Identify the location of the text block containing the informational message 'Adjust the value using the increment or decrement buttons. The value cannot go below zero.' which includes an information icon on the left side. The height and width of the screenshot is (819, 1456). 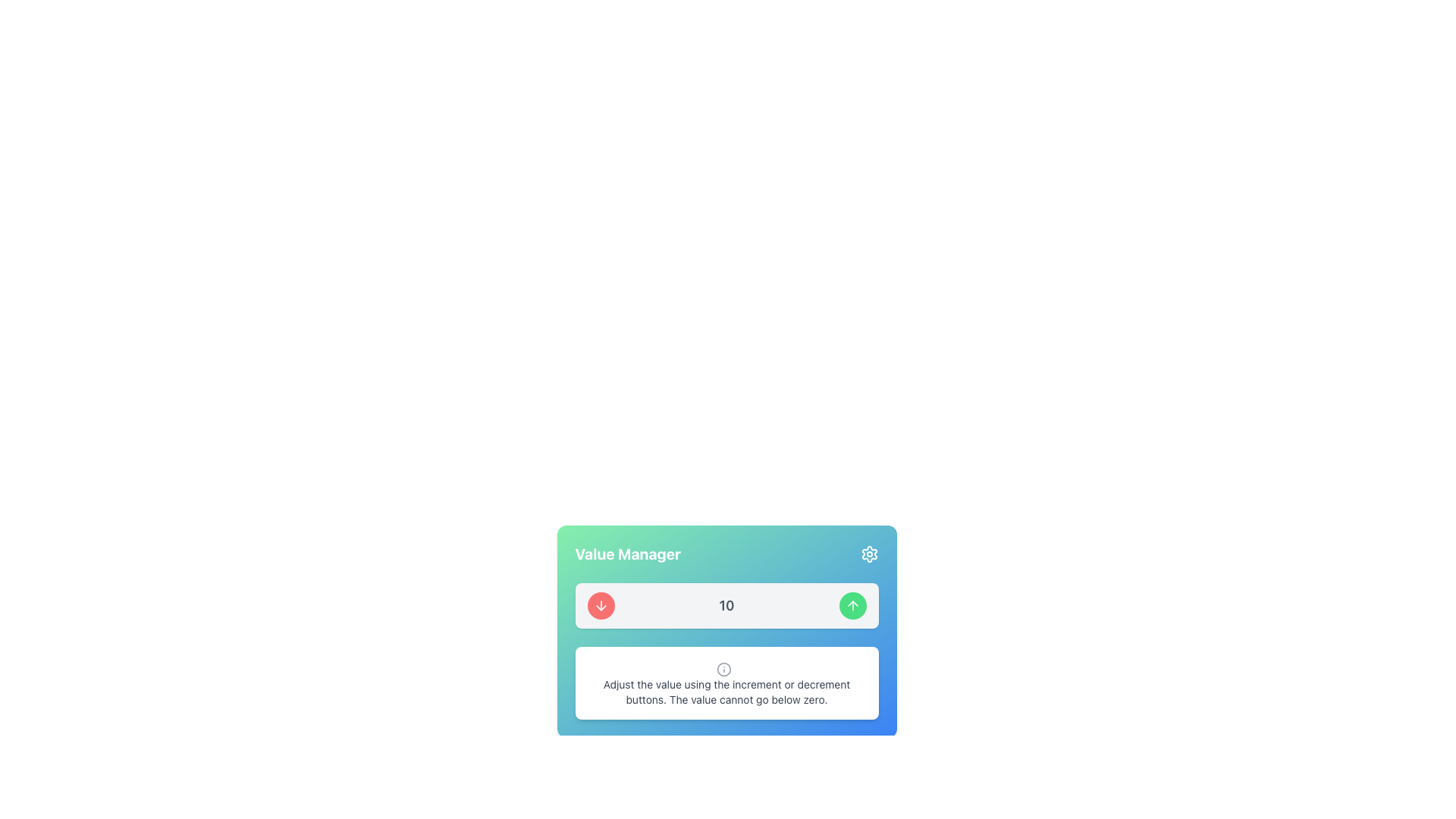
(726, 683).